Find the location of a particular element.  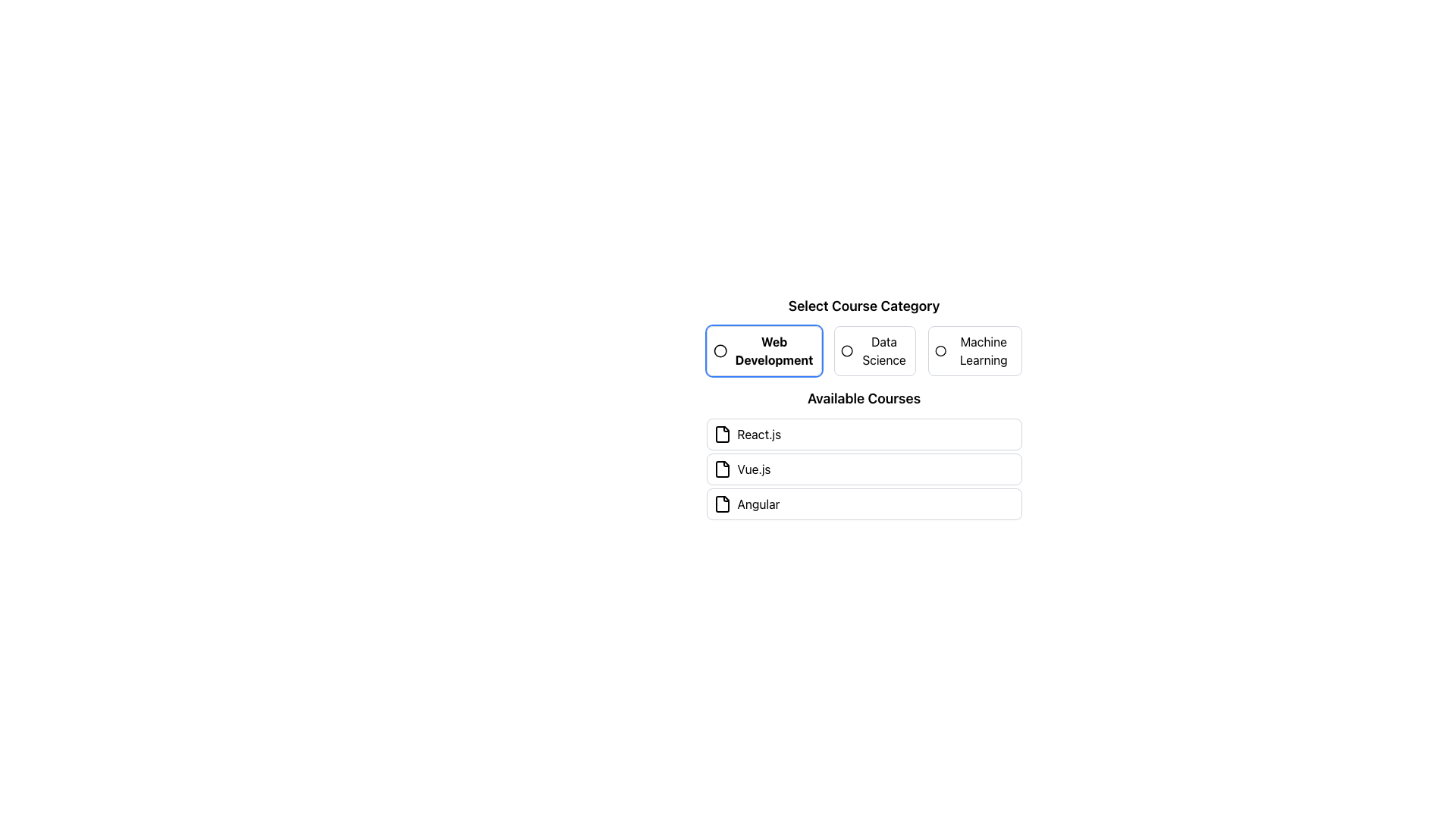

the third selectable course option in the list titled 'Available Courses' is located at coordinates (864, 504).